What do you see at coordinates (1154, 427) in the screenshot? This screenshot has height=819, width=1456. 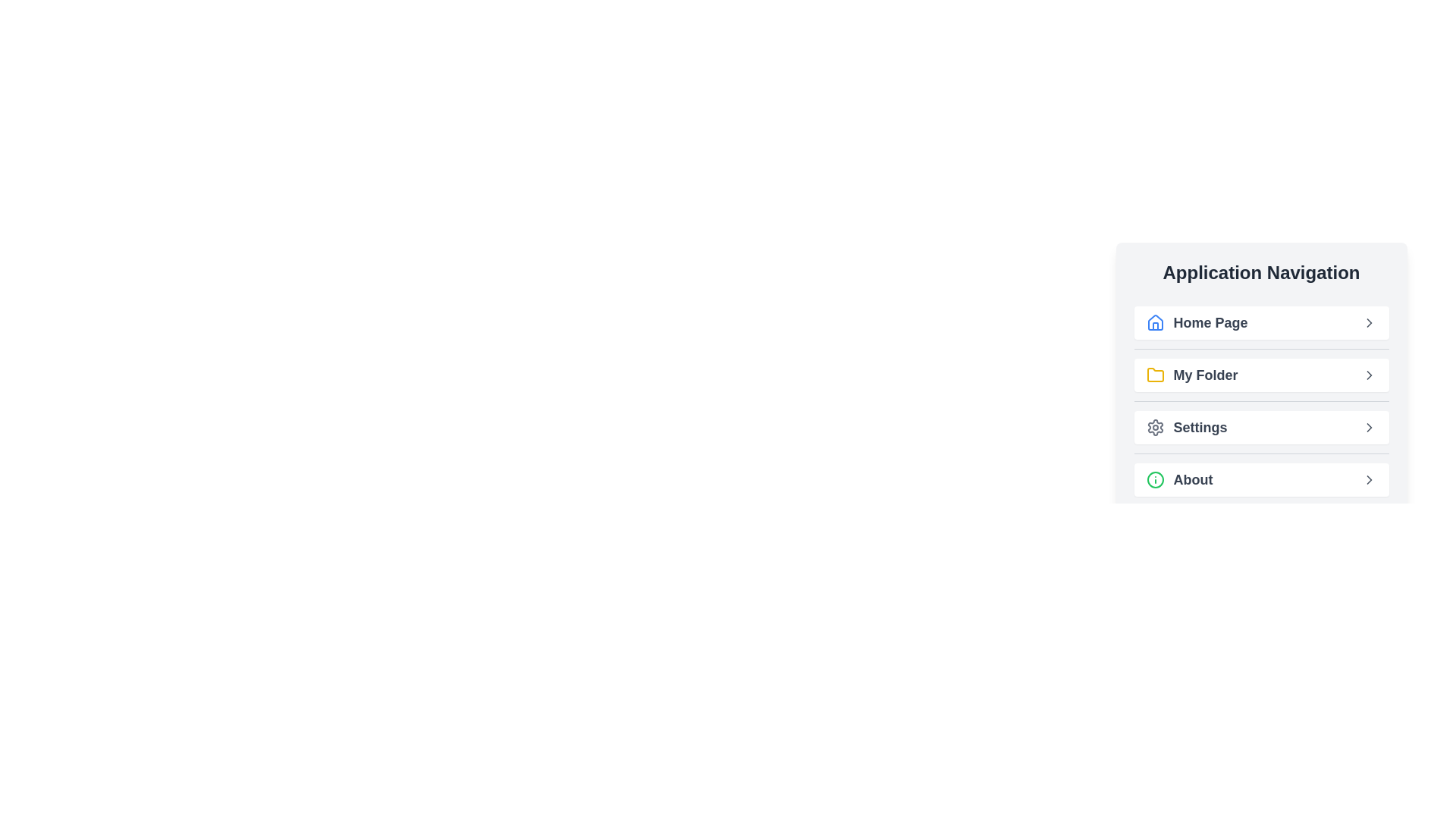 I see `the visual representation of the 'Settings' icon, which is the first element in the 'Settings' navigation option within the application interface` at bounding box center [1154, 427].